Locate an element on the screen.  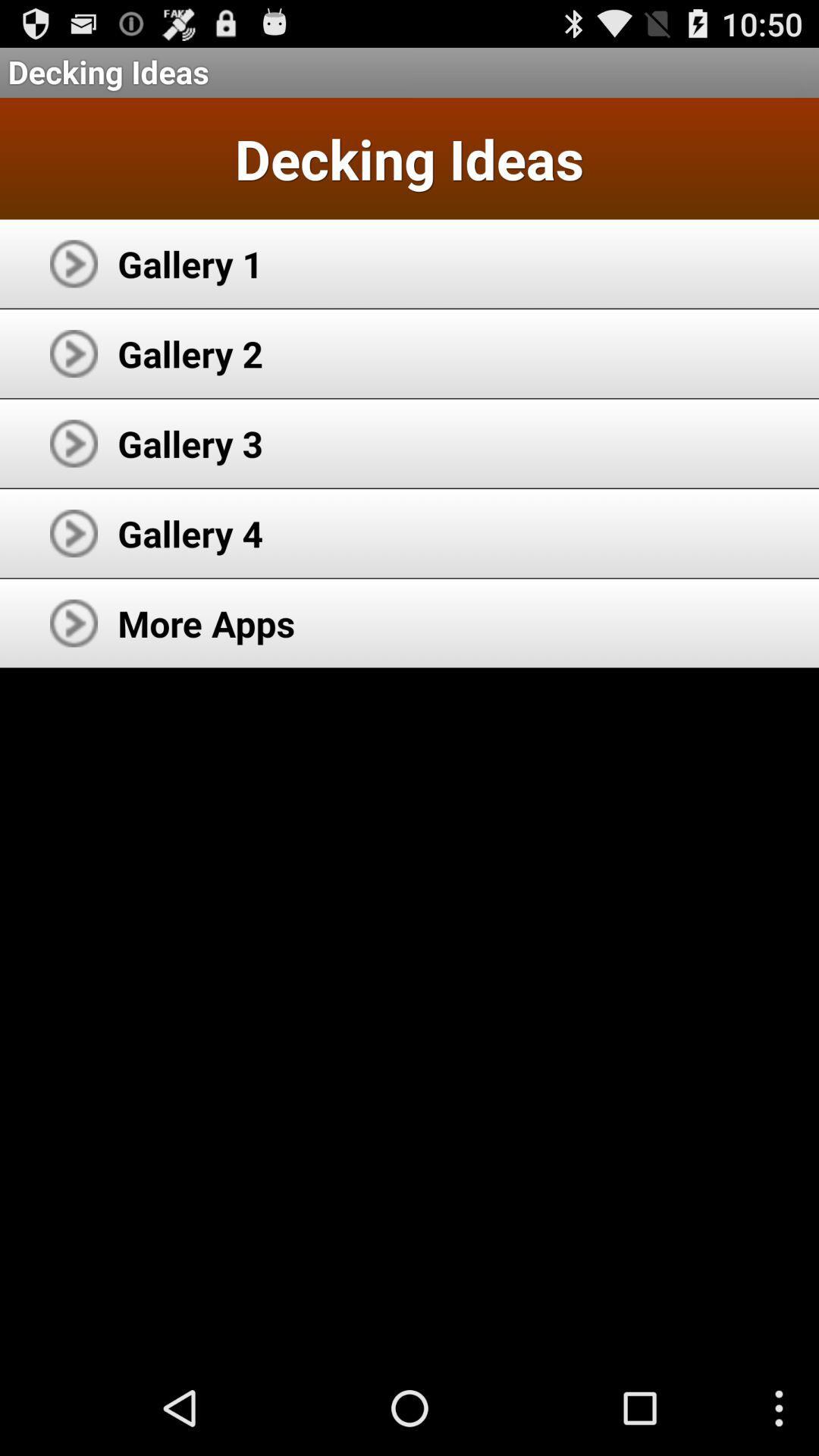
icon above the gallery 4 is located at coordinates (190, 443).